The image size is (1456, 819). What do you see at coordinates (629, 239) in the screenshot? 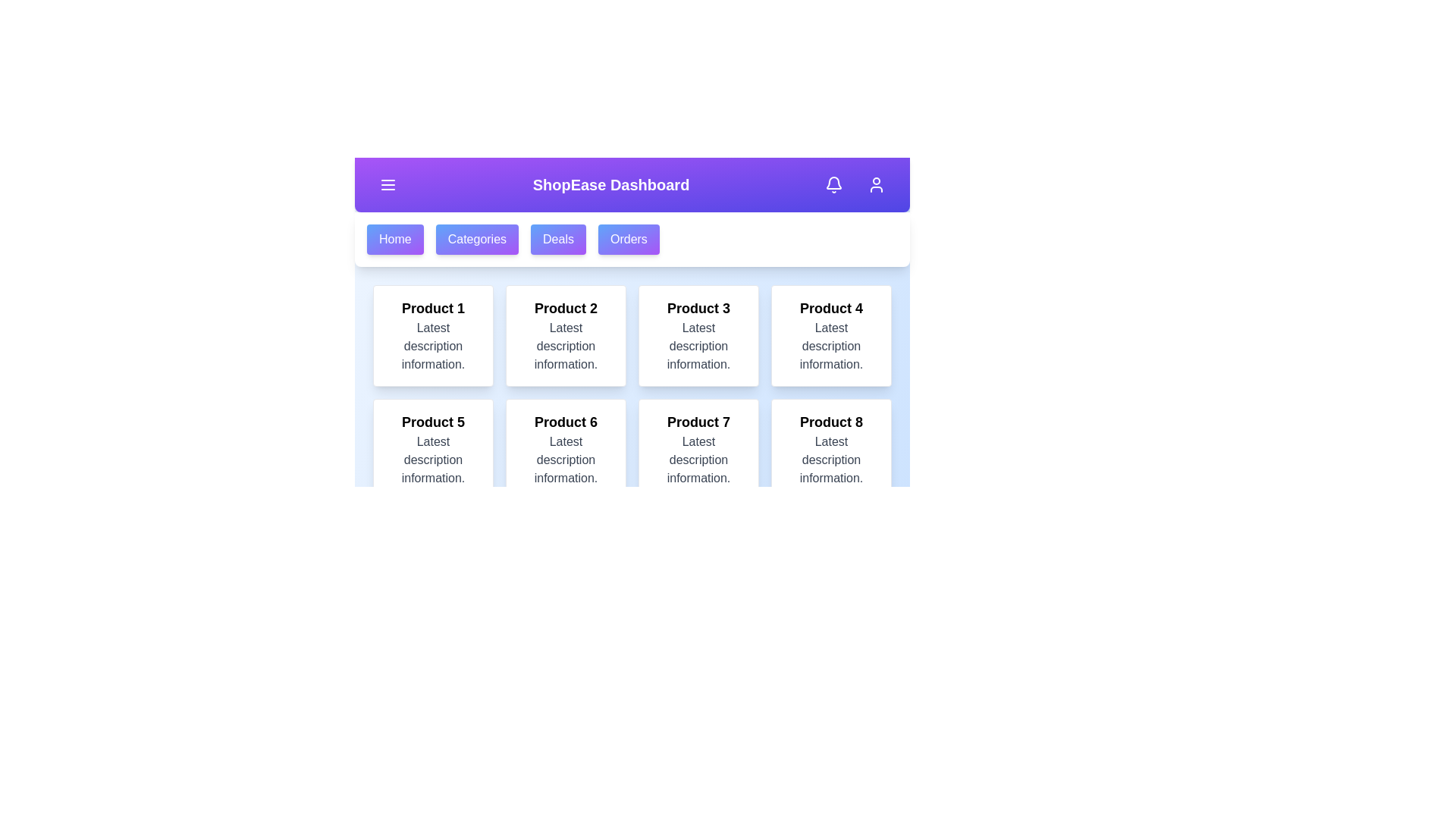
I see `the navigation menu option Orders` at bounding box center [629, 239].